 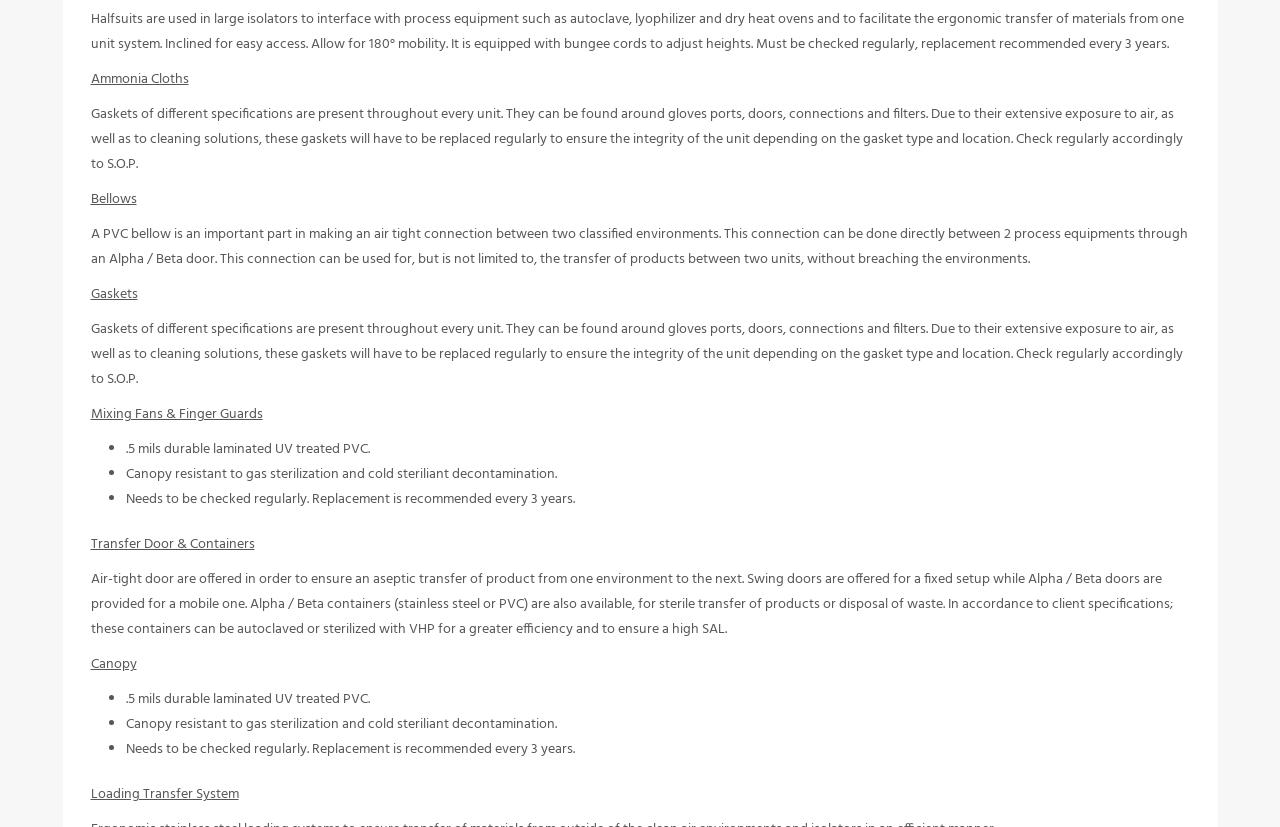 I want to click on 'Bellows', so click(x=112, y=213).